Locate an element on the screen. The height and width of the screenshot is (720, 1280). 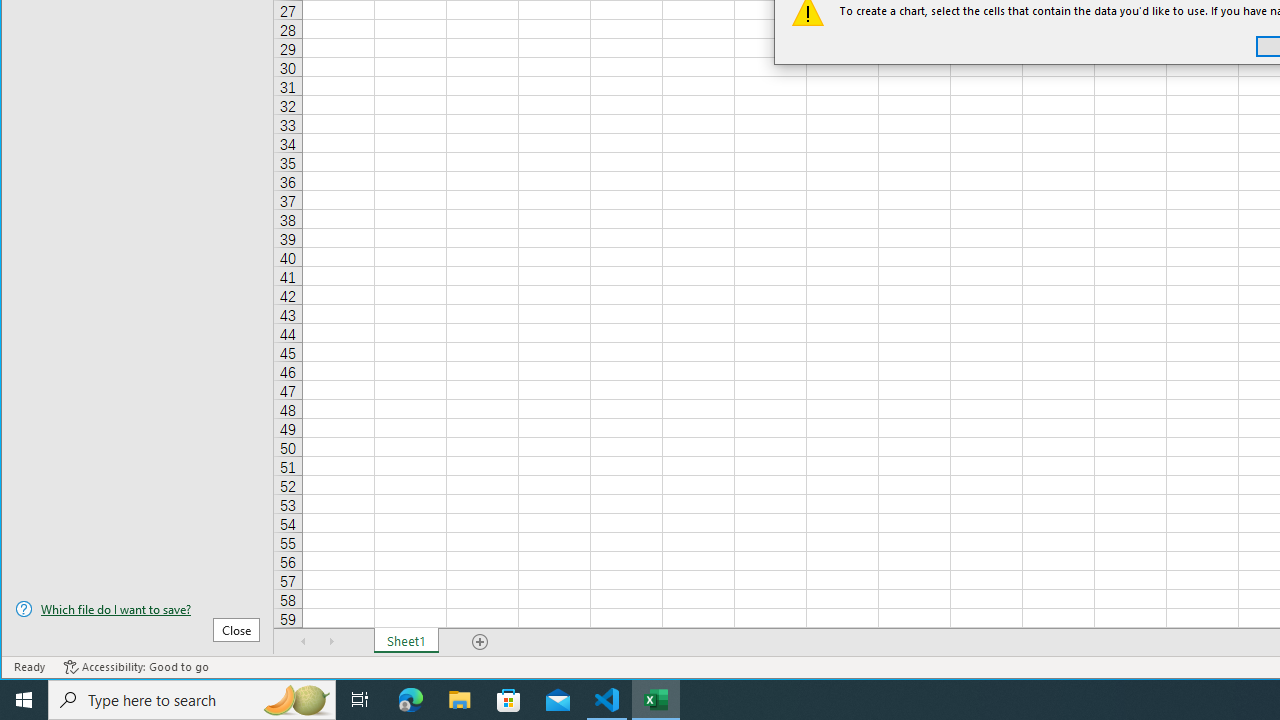
'Search highlights icon opens search home window' is located at coordinates (294, 698).